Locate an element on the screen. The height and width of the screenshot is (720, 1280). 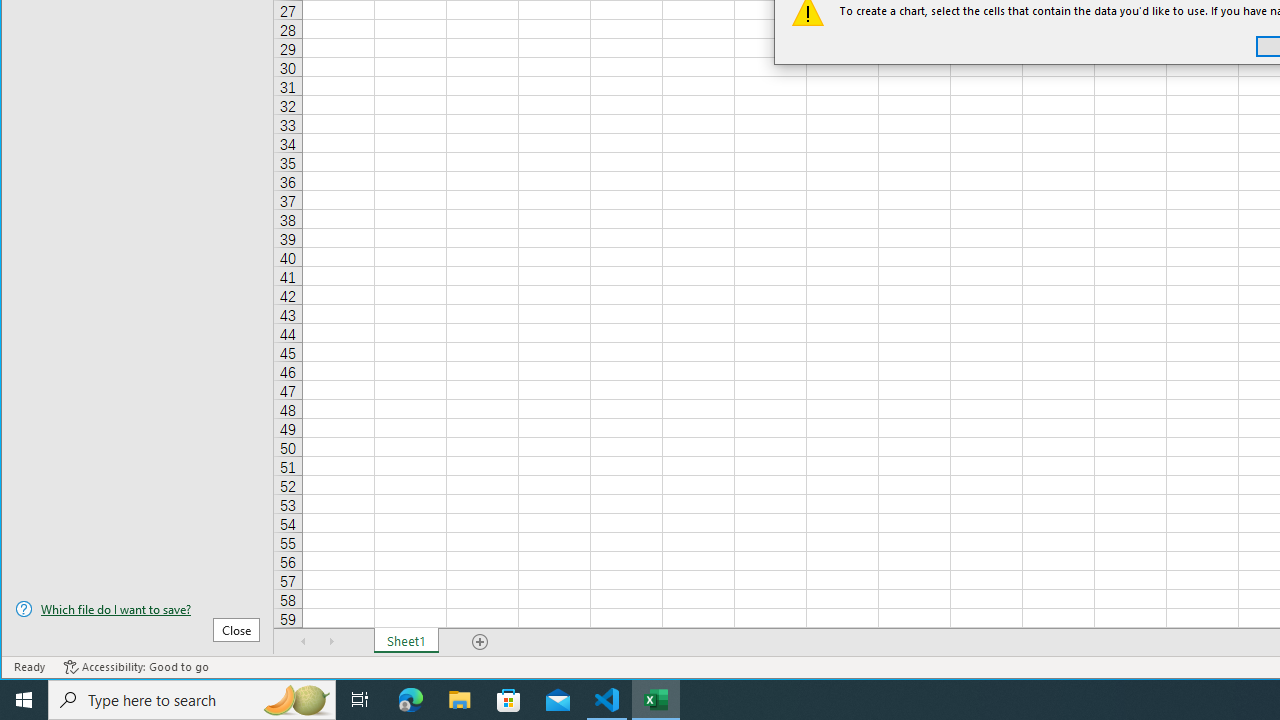
'Search highlights icon opens search home window' is located at coordinates (294, 698).